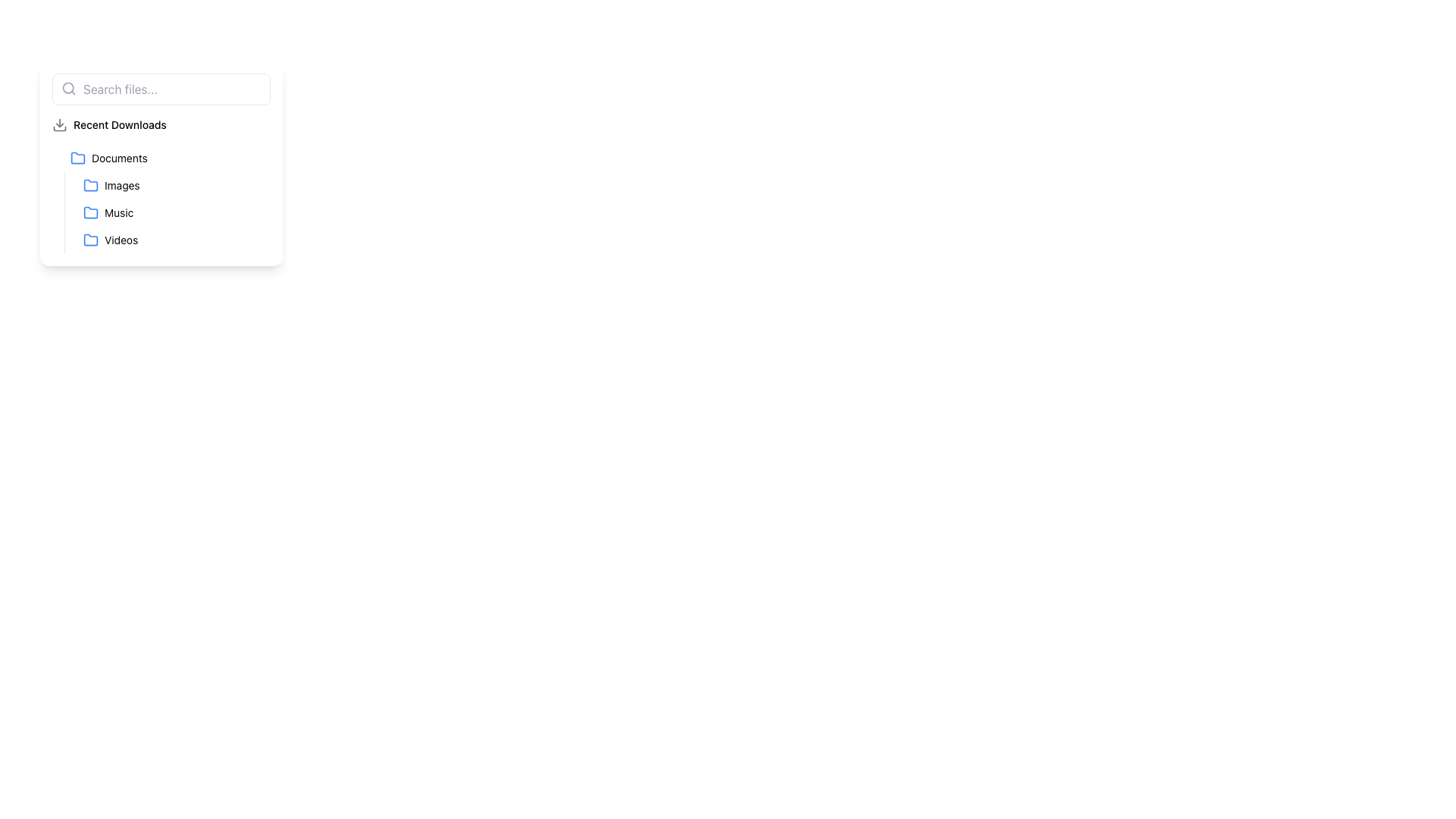  Describe the element at coordinates (90, 213) in the screenshot. I see `the blue folder icon located in the 'Music' menu item of the 'Recent Downloads' section` at that location.